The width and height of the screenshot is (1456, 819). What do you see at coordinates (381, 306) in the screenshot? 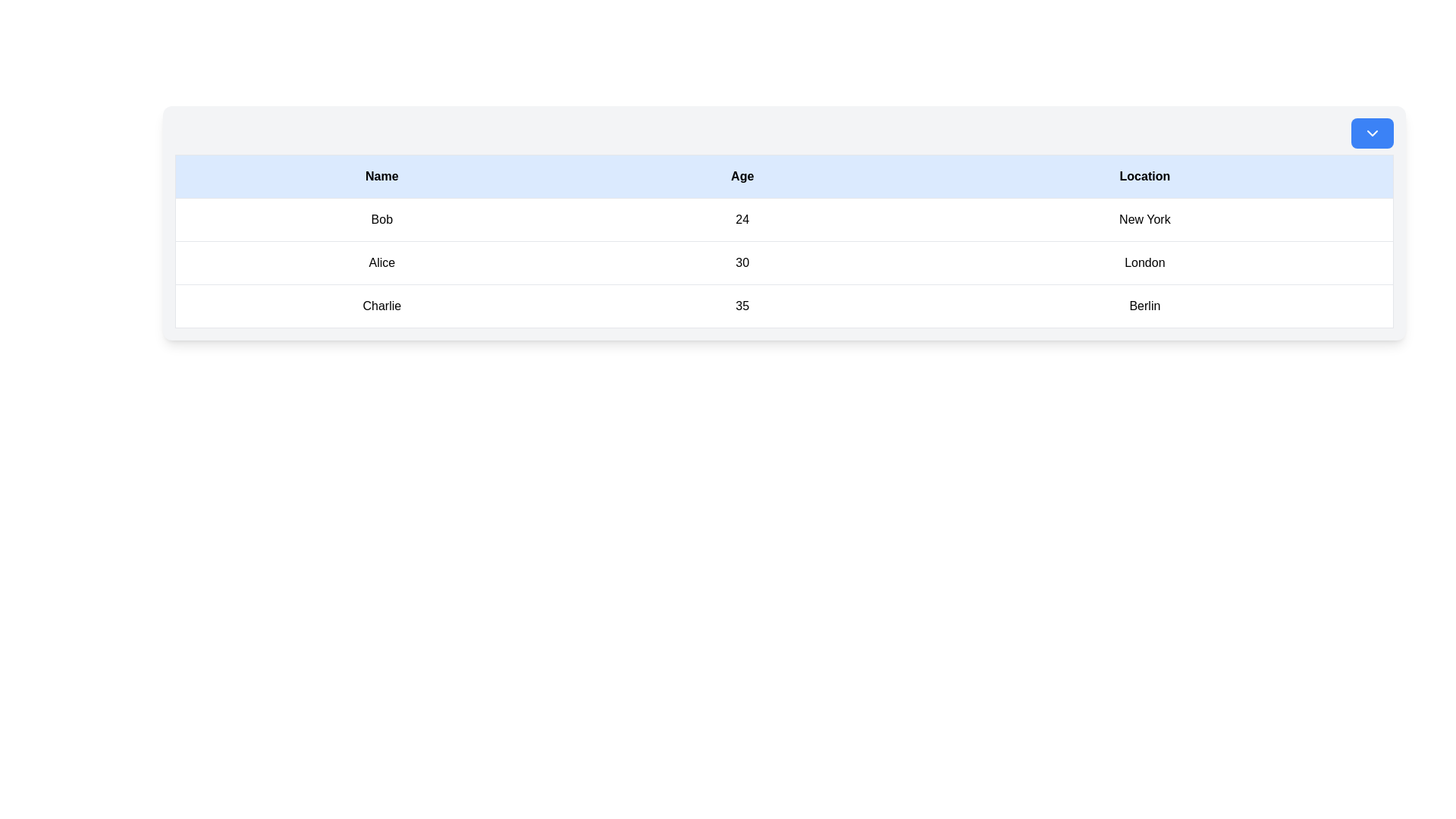
I see `text content of the Text label displaying the name 'Charlie' in the first column of the last visible row in the table` at bounding box center [381, 306].